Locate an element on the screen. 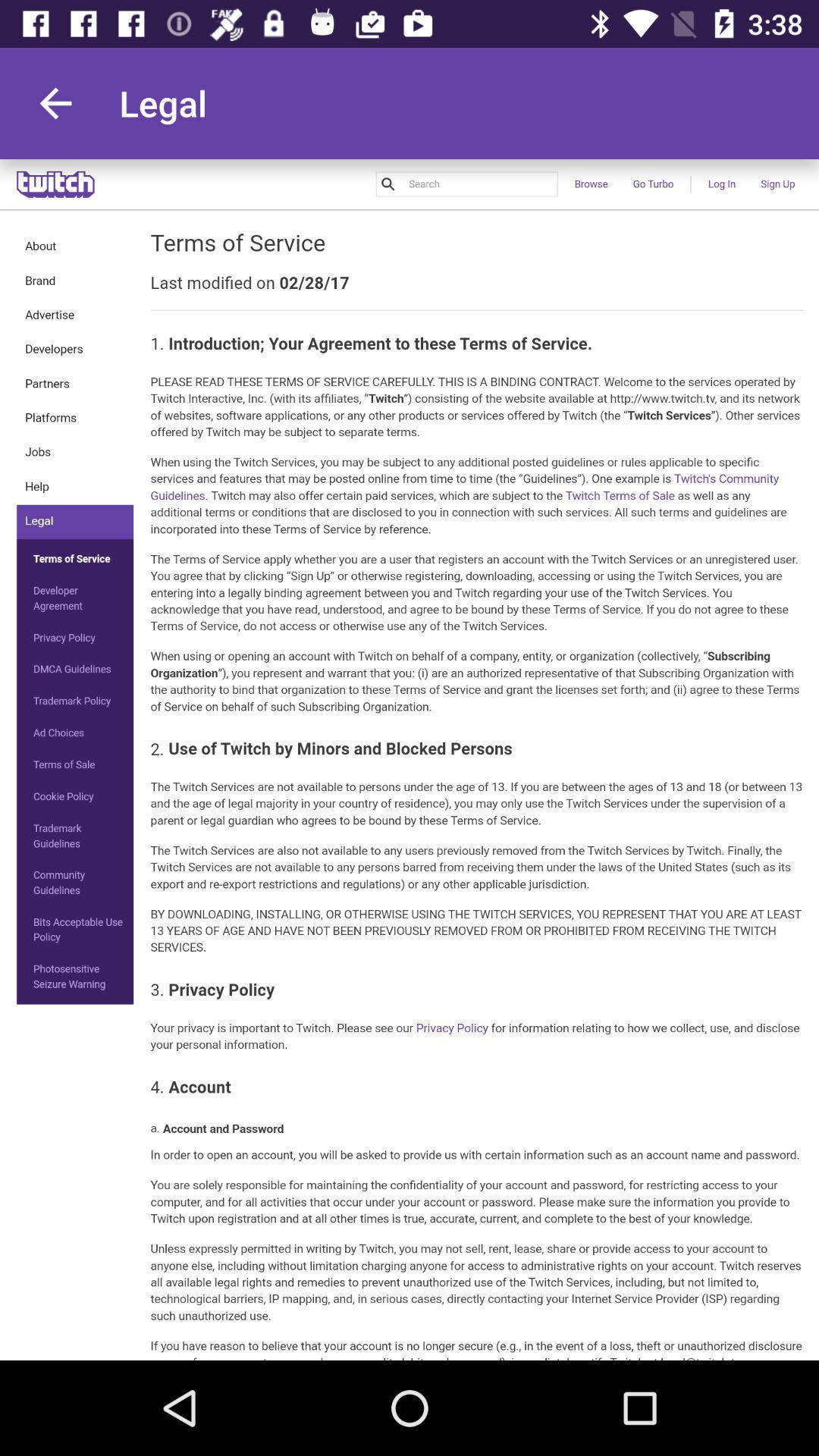 The height and width of the screenshot is (1456, 819). click article is located at coordinates (409, 760).